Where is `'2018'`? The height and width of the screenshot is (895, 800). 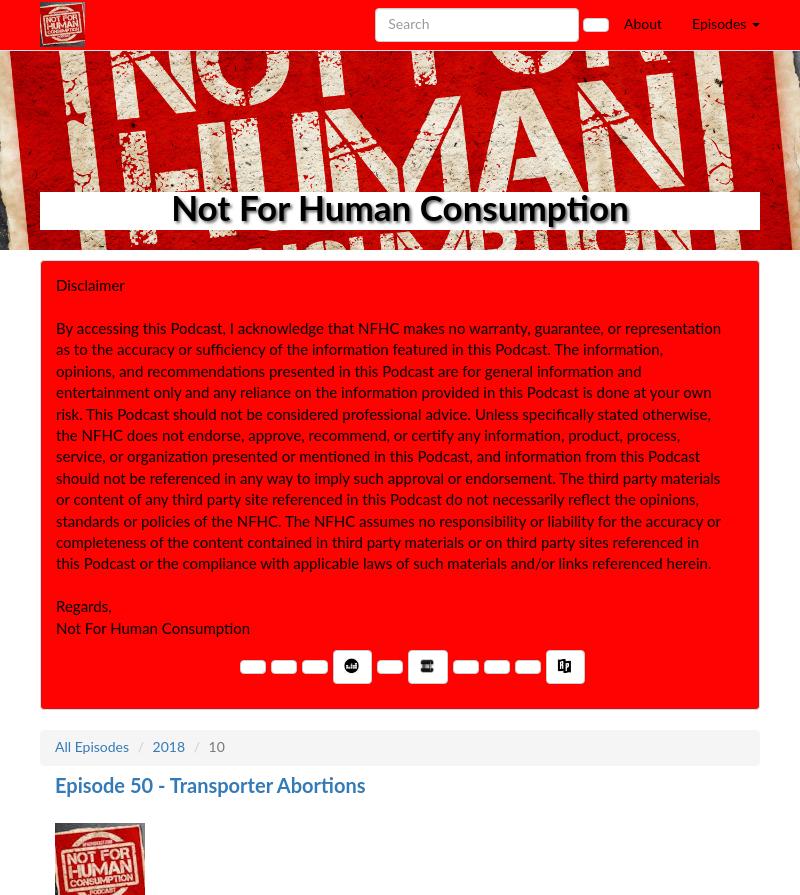 '2018' is located at coordinates (167, 747).